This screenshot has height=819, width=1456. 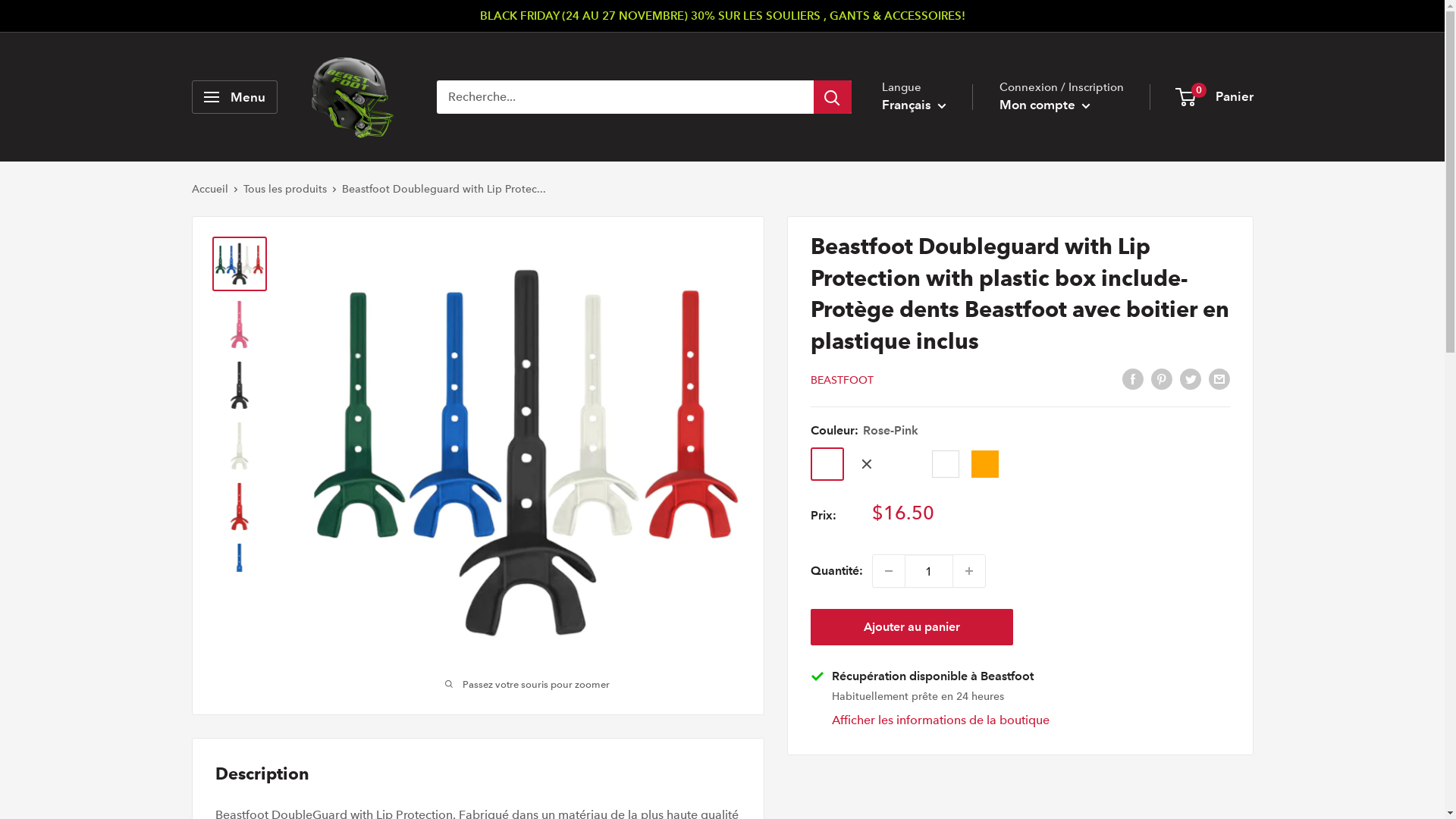 What do you see at coordinates (939, 719) in the screenshot?
I see `'Afficher les informations de la boutique'` at bounding box center [939, 719].